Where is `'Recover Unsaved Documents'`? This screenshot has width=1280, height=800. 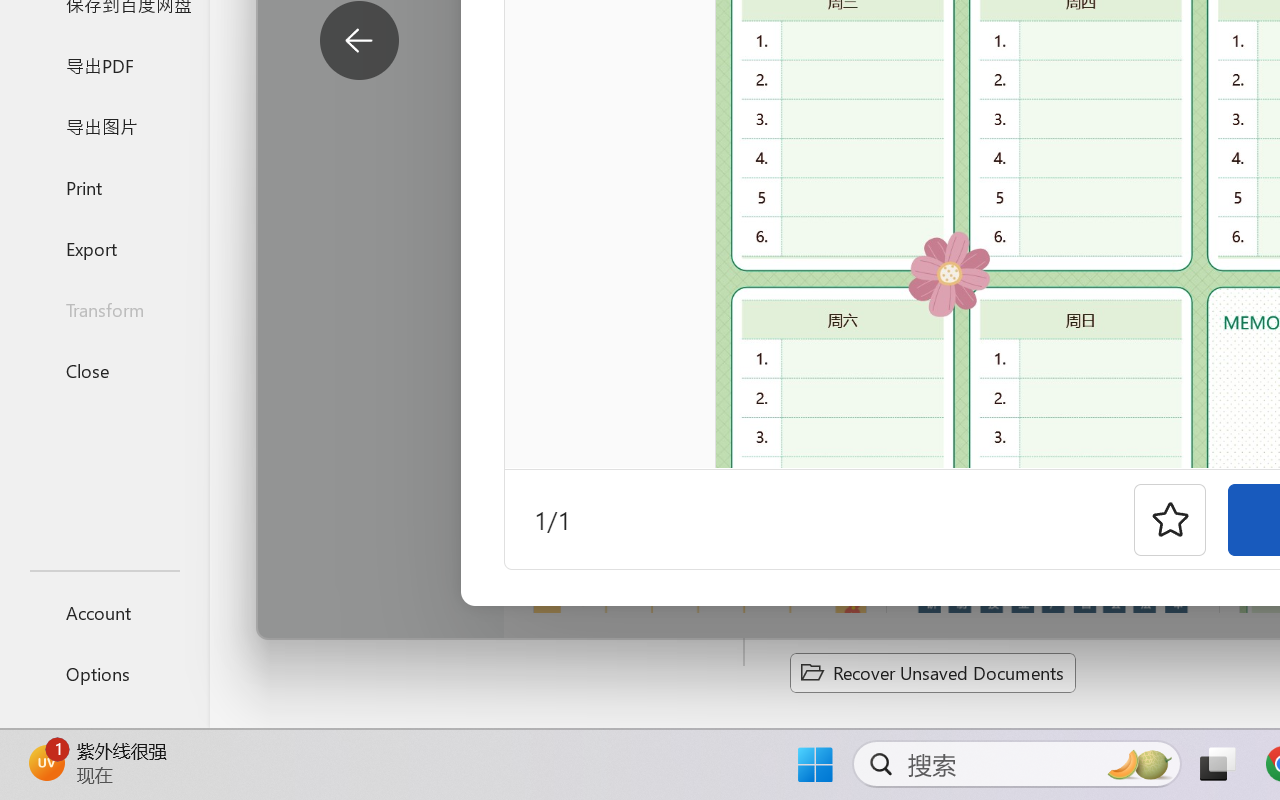 'Recover Unsaved Documents' is located at coordinates (932, 672).